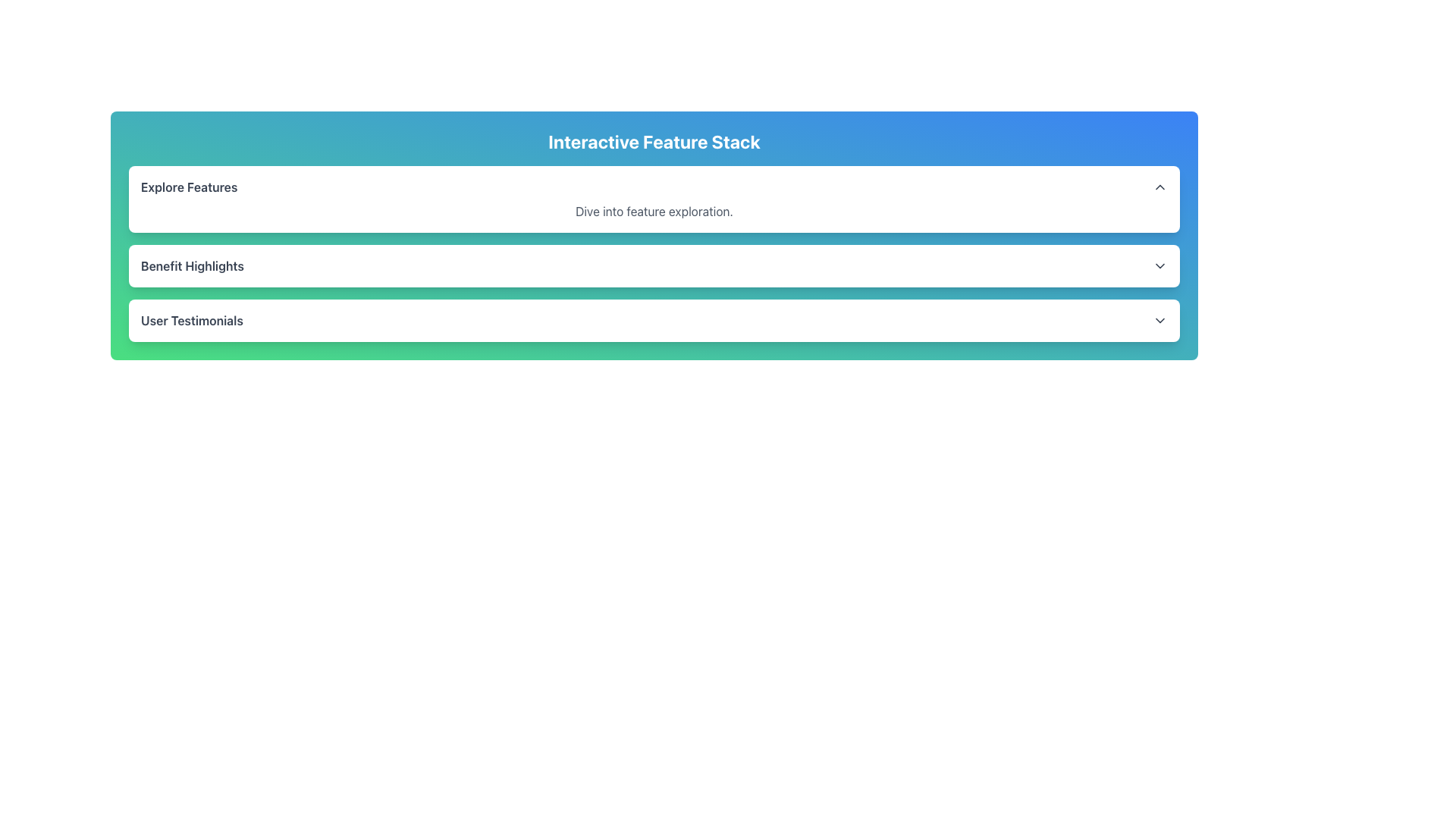  What do you see at coordinates (1159, 320) in the screenshot?
I see `the downward chevron icon located on the right side of 'User Testimonials' to interact with the dropdown` at bounding box center [1159, 320].